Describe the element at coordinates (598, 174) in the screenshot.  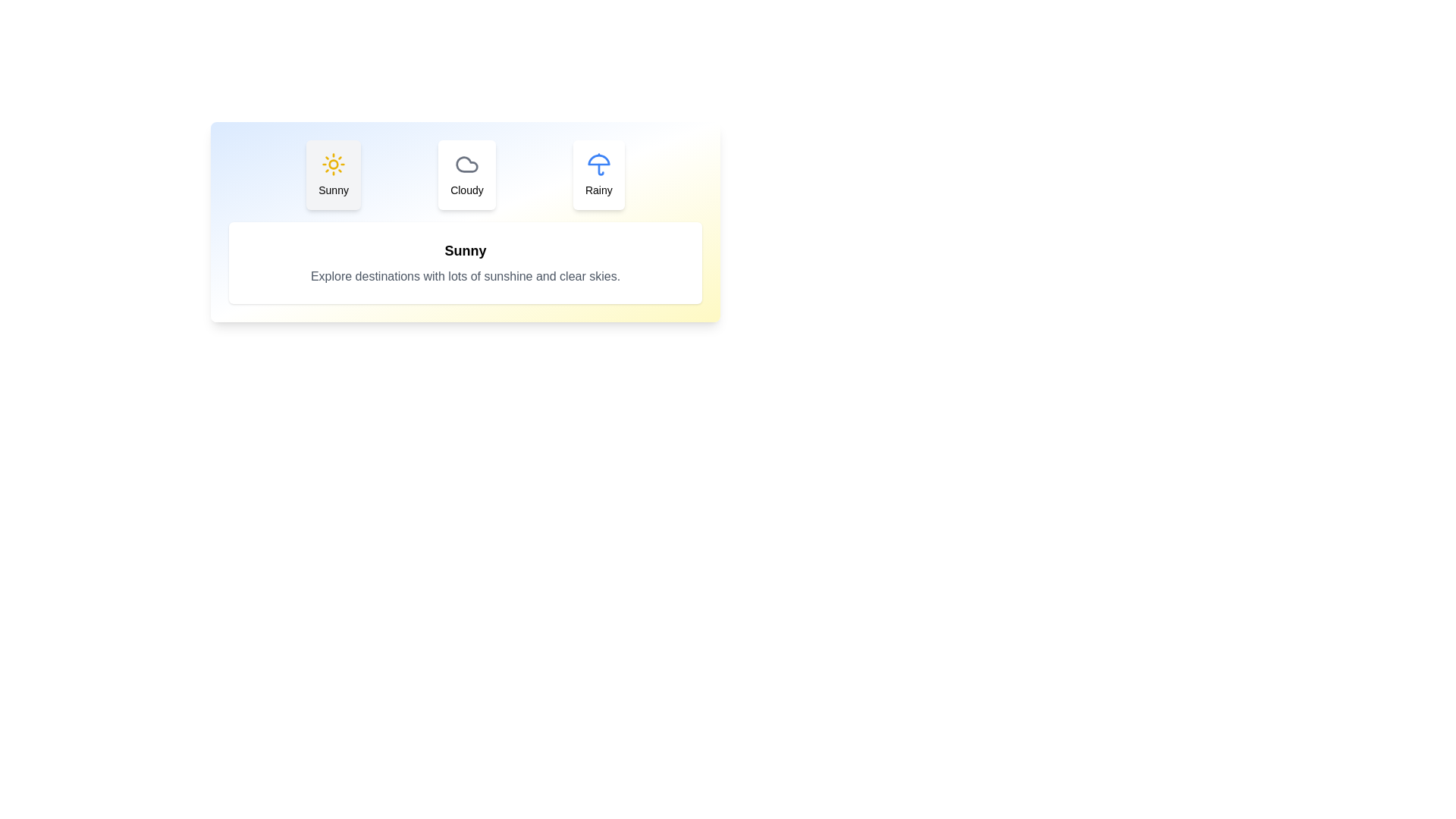
I see `the weather category icon Rainy` at that location.